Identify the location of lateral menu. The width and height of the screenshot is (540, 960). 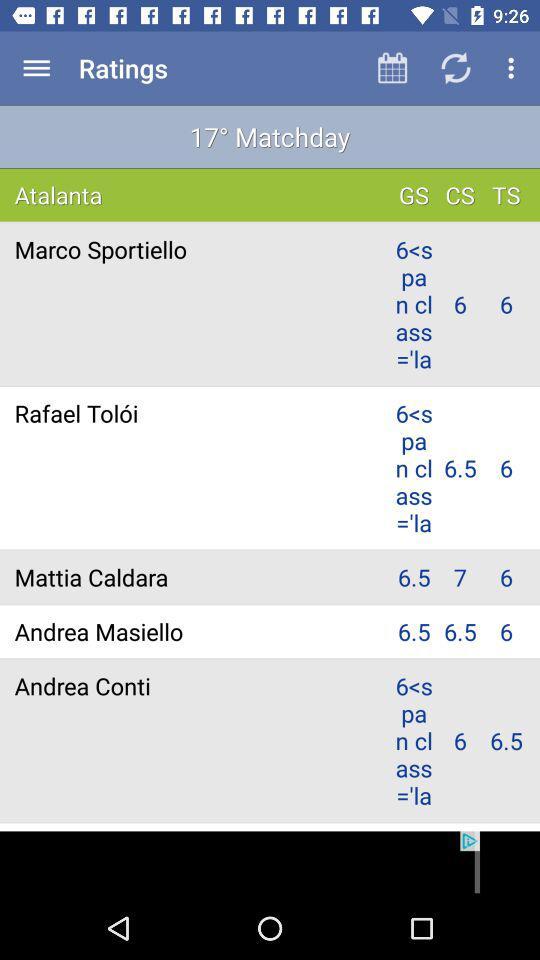
(36, 68).